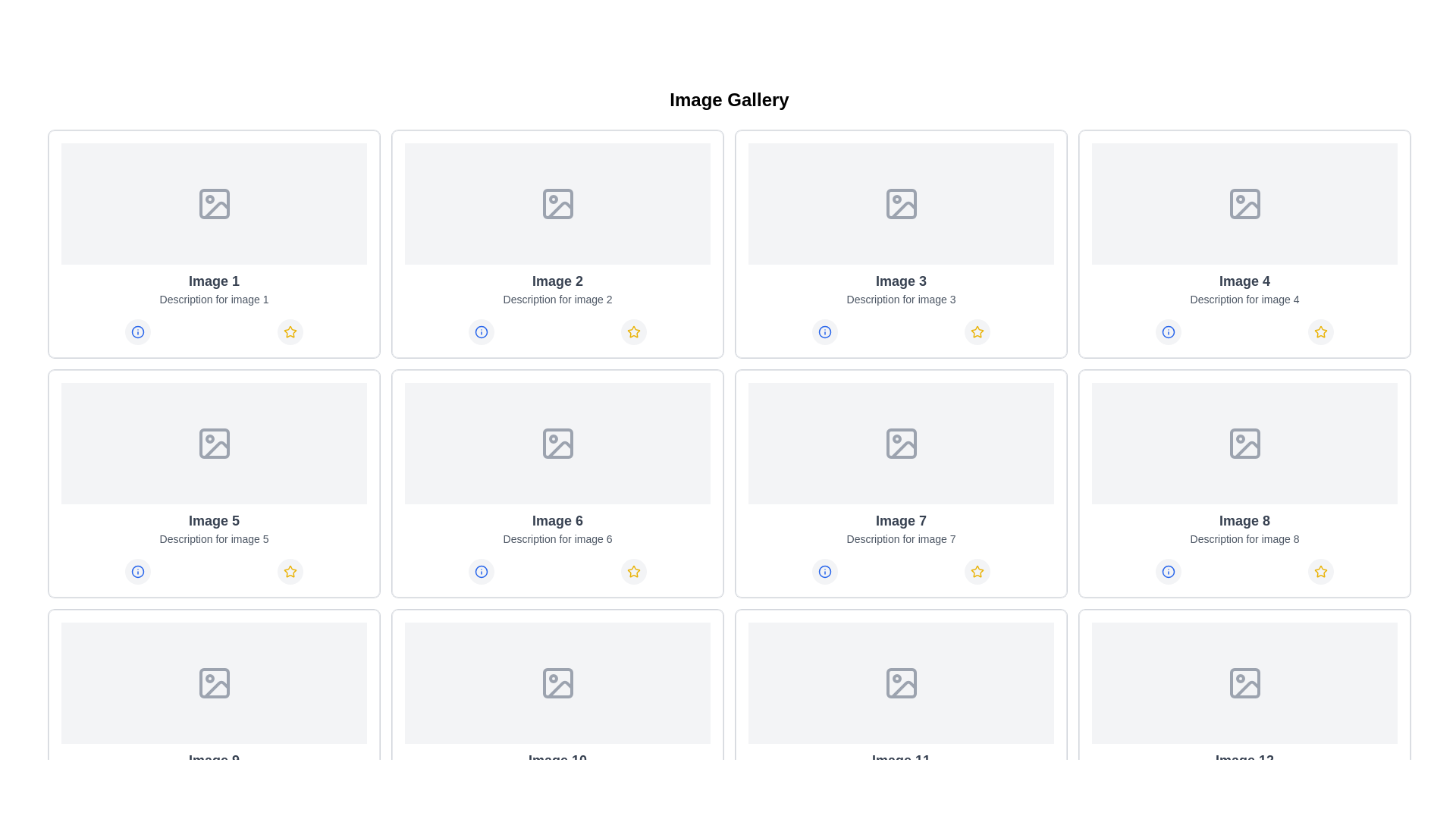  I want to click on the graphical star icon located beneath the fifth image in the gallery, aligned with the descriptive text 'Image 5', so click(290, 571).